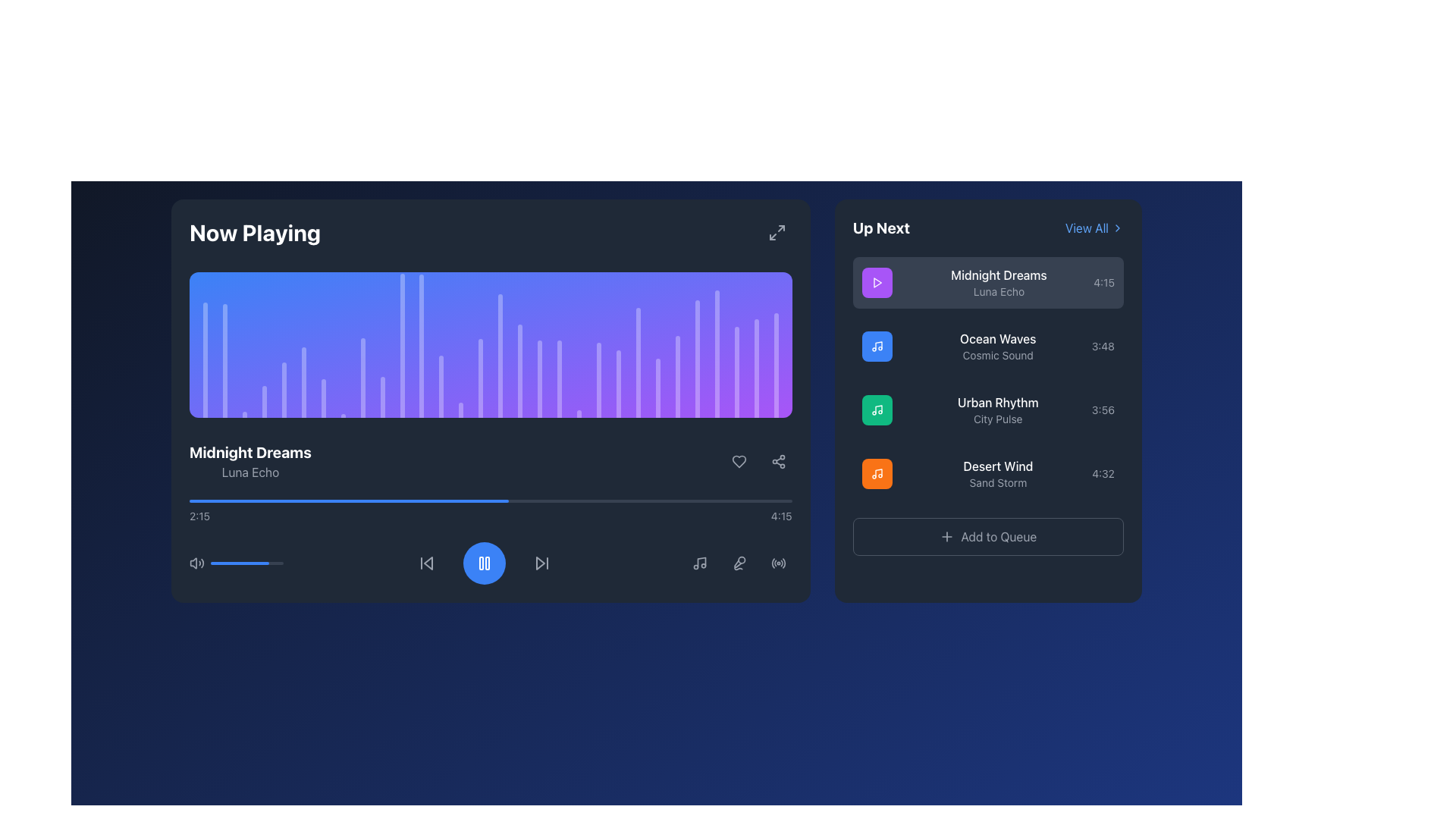 Image resolution: width=1456 pixels, height=819 pixels. Describe the element at coordinates (541, 563) in the screenshot. I see `the 'skip forward' button located at the bottom central section of the interface, right of the circular playback button` at that location.